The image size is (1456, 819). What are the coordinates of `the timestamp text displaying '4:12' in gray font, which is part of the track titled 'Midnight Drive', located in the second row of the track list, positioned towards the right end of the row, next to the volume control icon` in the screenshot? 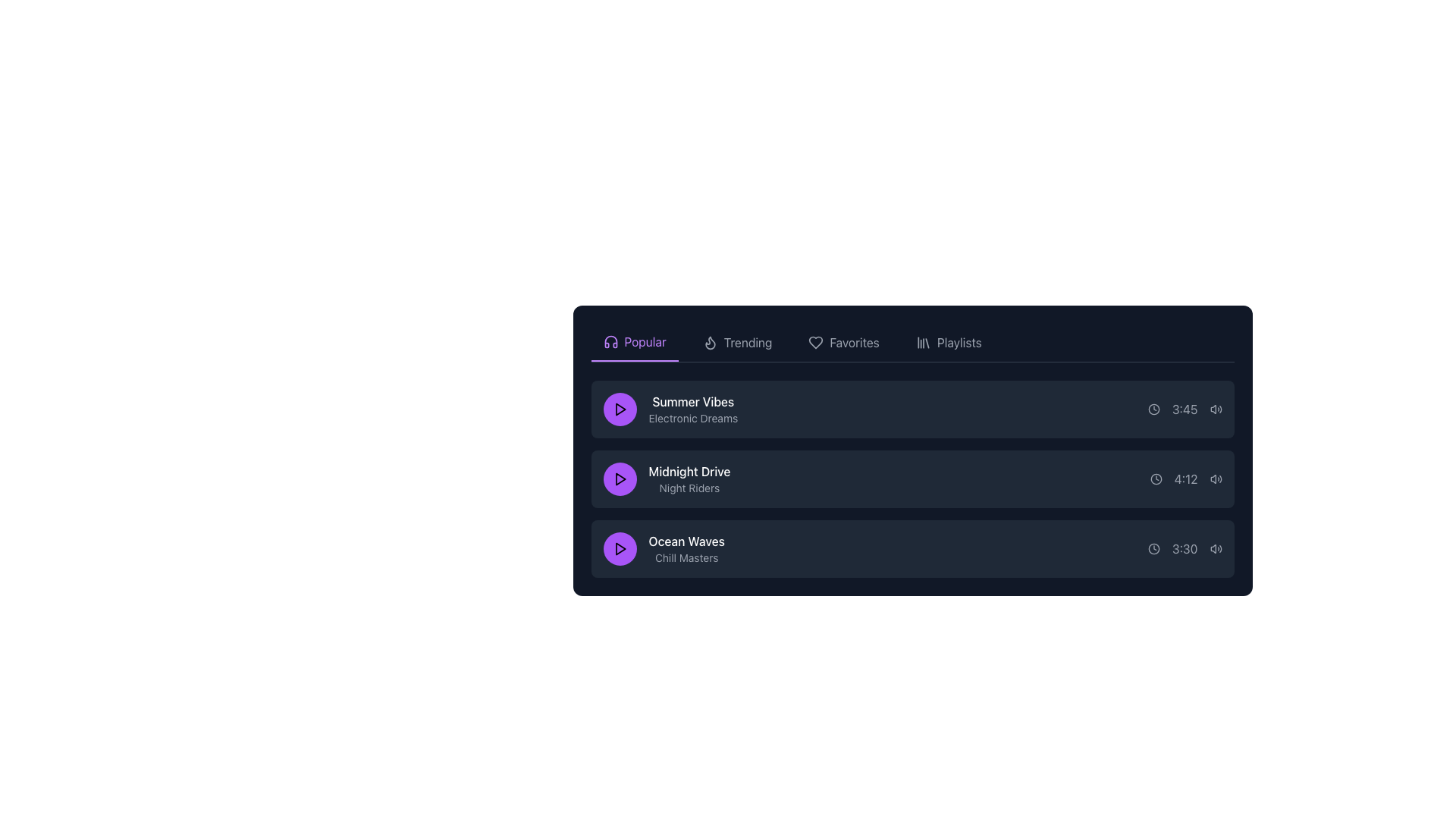 It's located at (1185, 479).